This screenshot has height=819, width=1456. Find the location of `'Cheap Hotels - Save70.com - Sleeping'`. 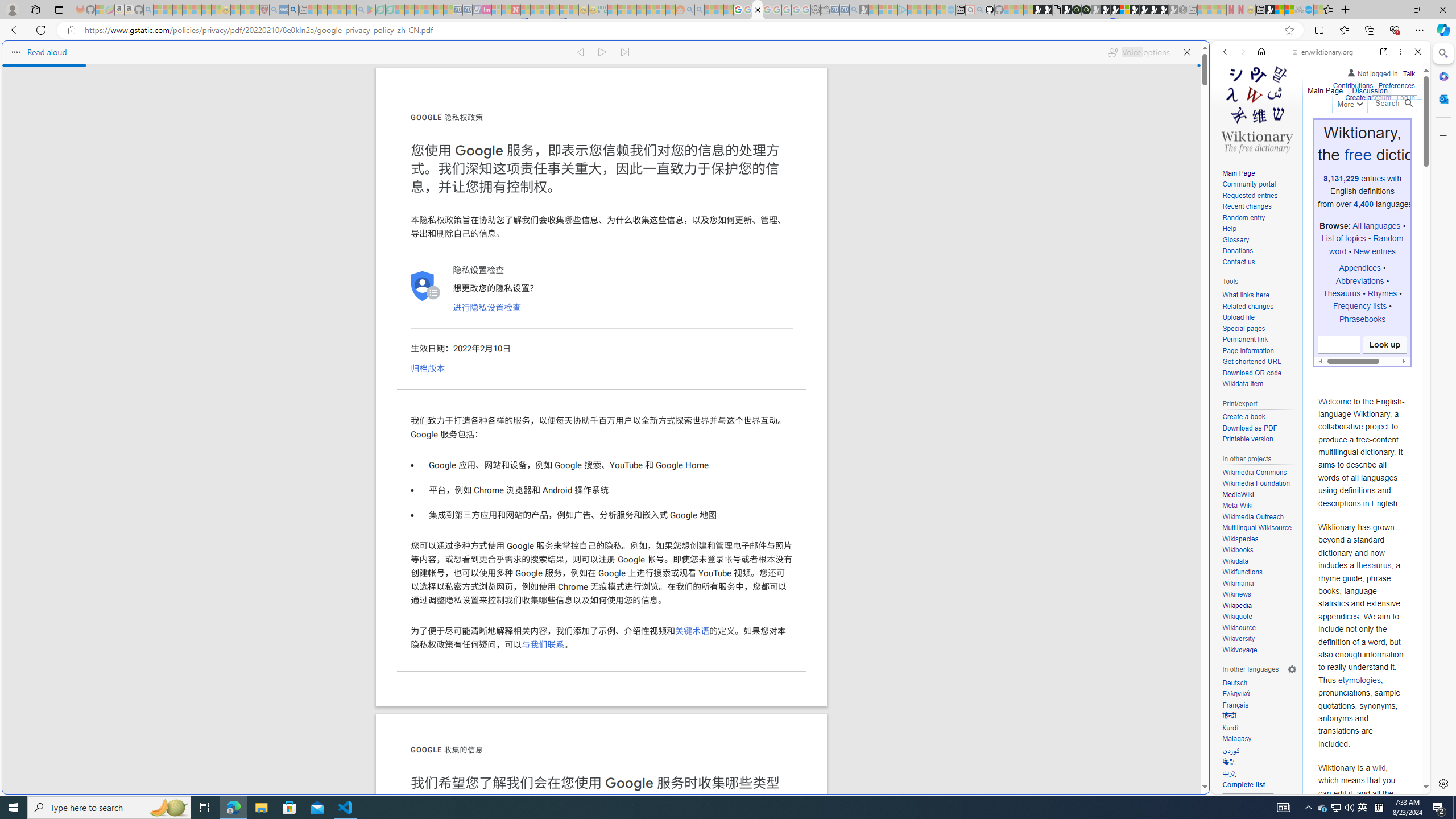

'Cheap Hotels - Save70.com - Sleeping' is located at coordinates (466, 9).